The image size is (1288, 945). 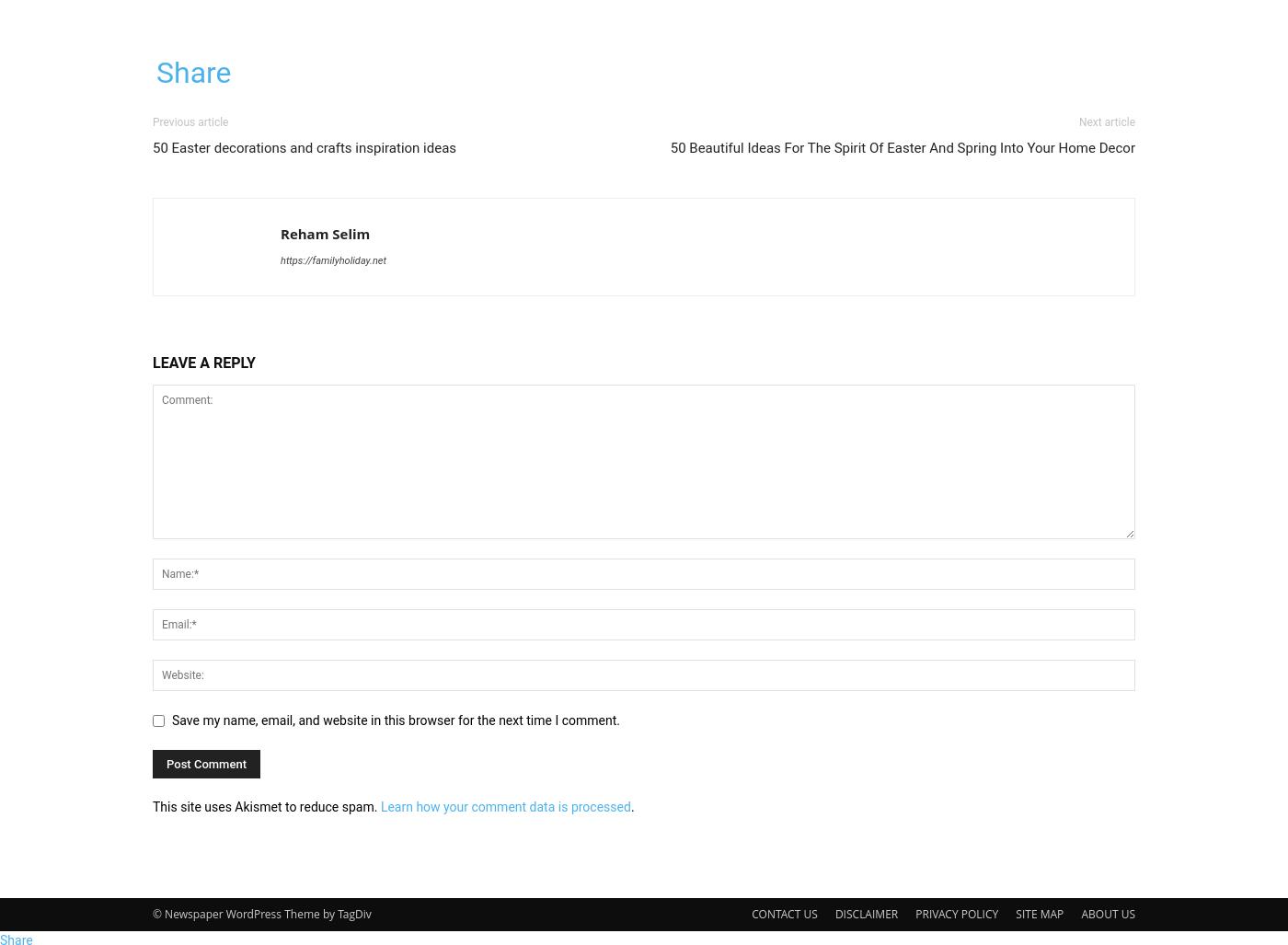 What do you see at coordinates (631, 805) in the screenshot?
I see `'.'` at bounding box center [631, 805].